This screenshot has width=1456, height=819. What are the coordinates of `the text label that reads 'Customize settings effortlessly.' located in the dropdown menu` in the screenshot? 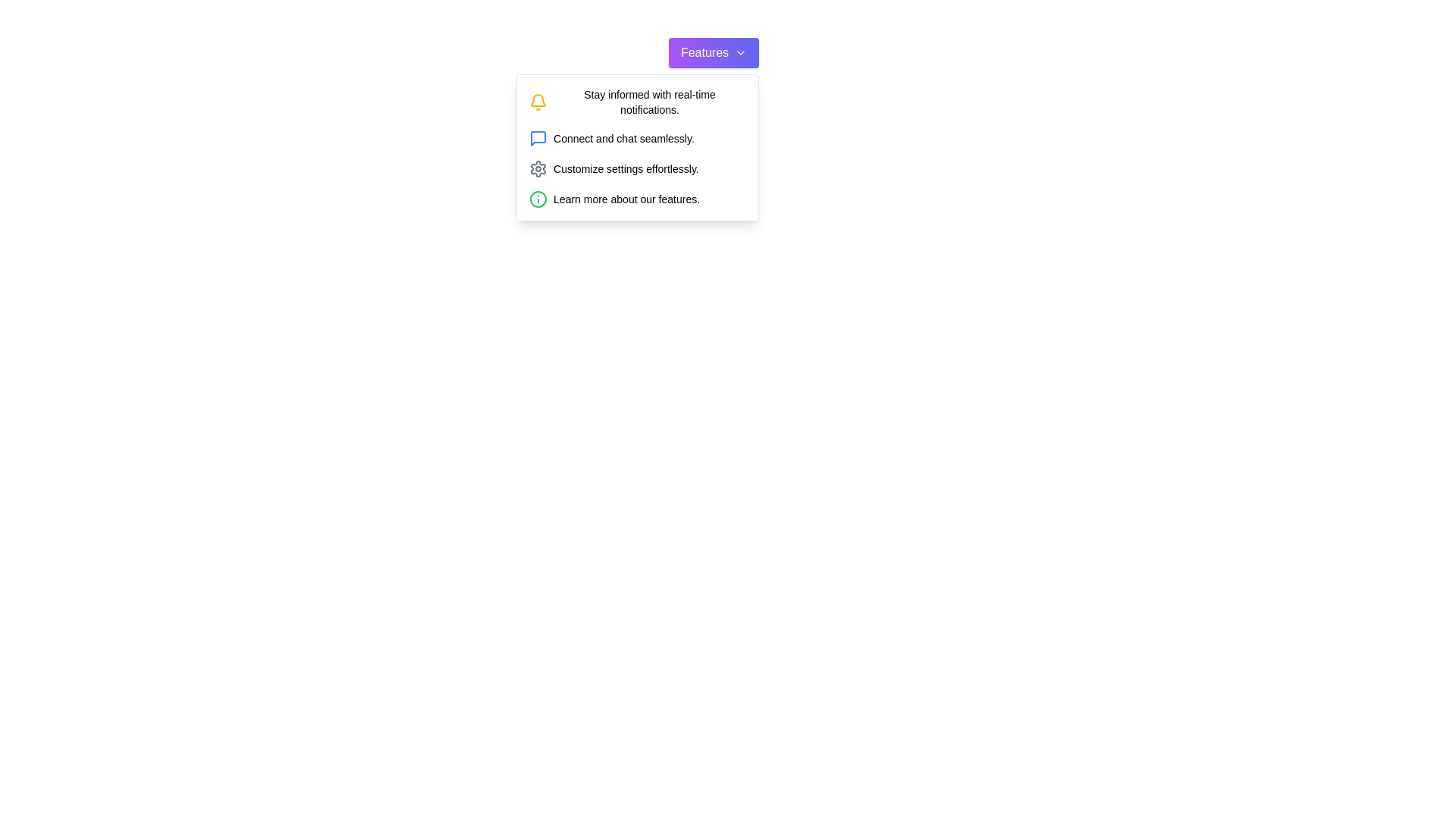 It's located at (626, 169).